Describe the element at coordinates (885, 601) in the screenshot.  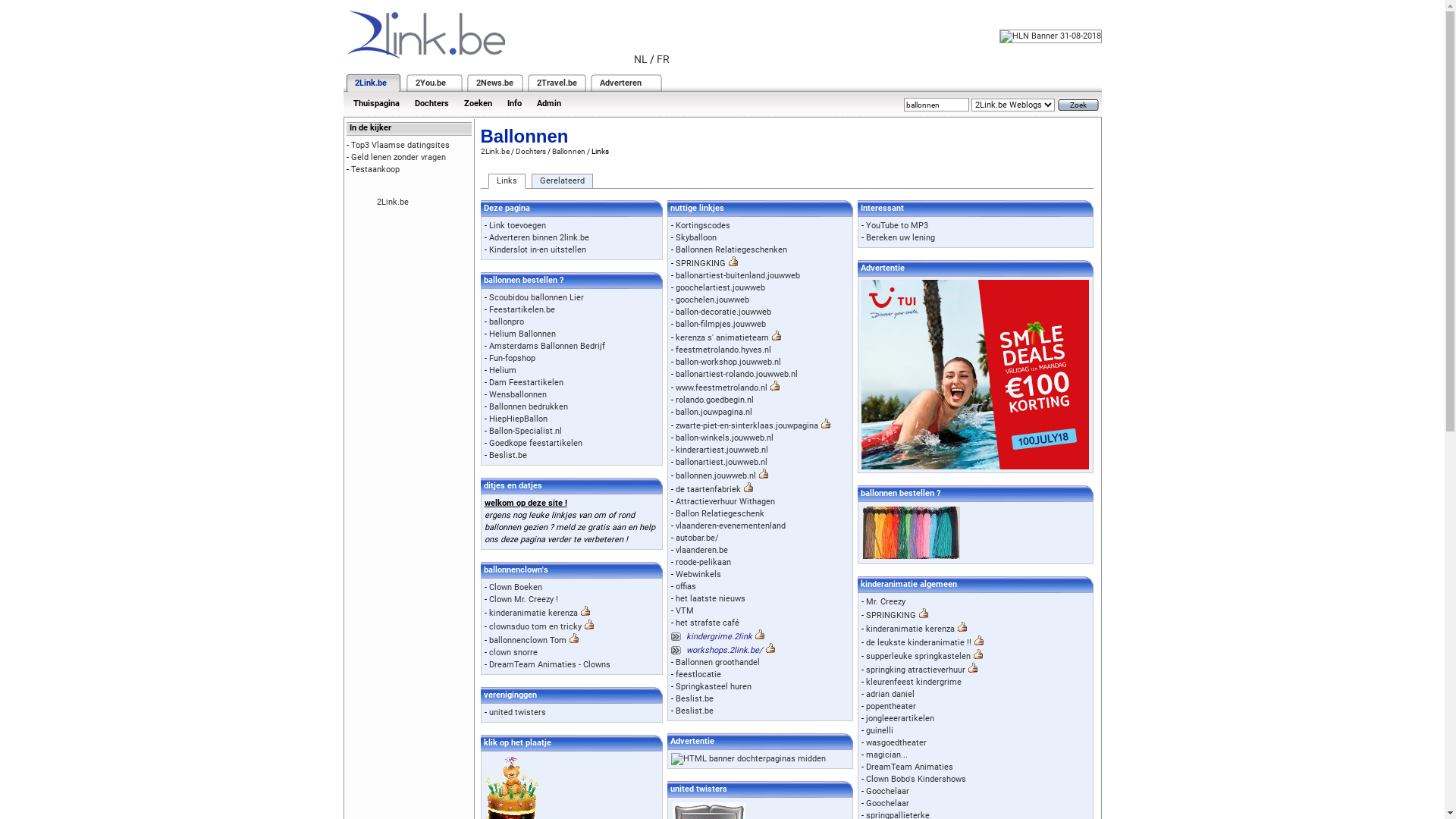
I see `'Mr. Creezy'` at that location.